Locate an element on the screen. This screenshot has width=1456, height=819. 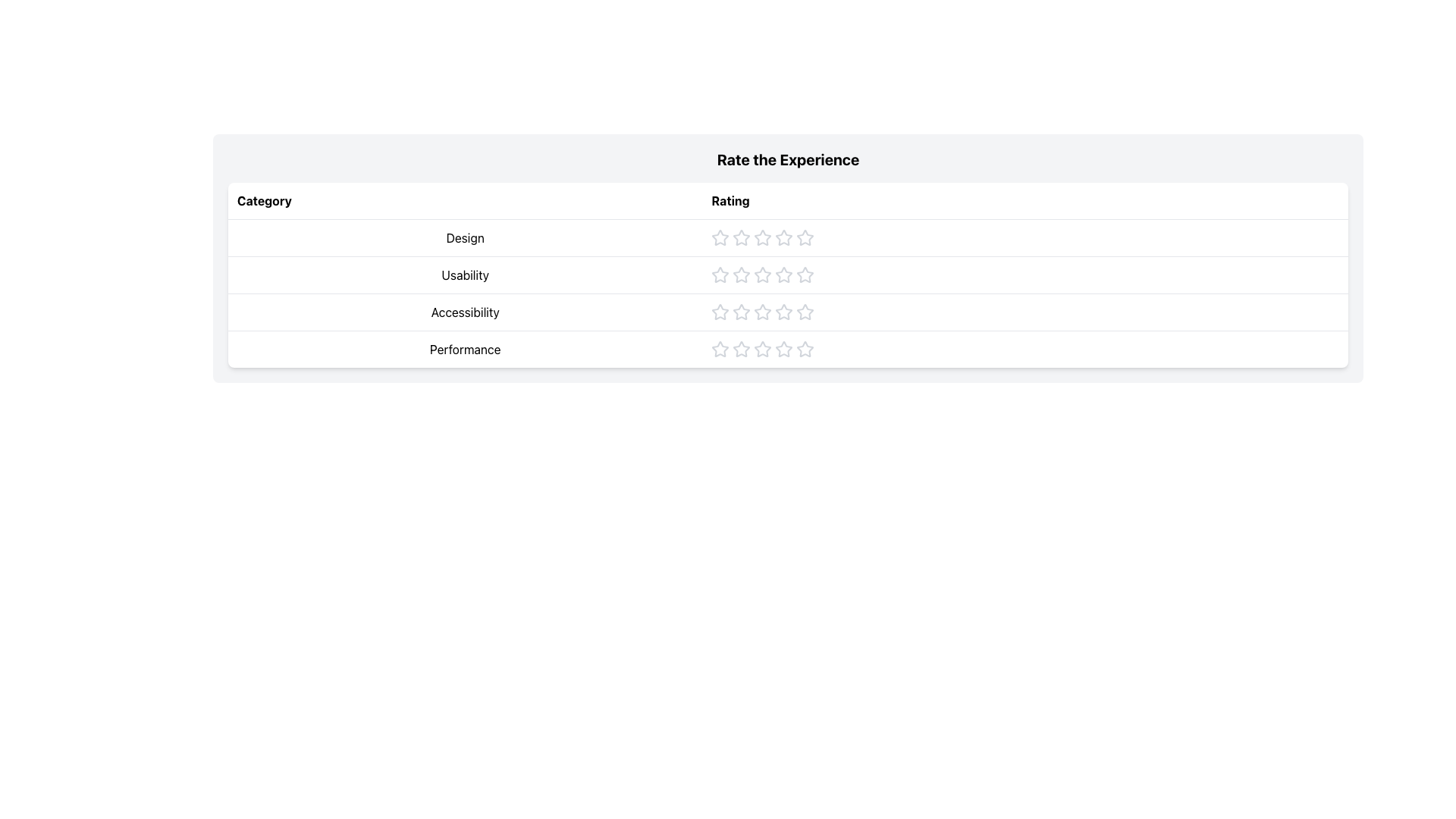
the 'Performance' rating row in the table, which is located in the fourth row and allows for rating assignment is located at coordinates (788, 349).